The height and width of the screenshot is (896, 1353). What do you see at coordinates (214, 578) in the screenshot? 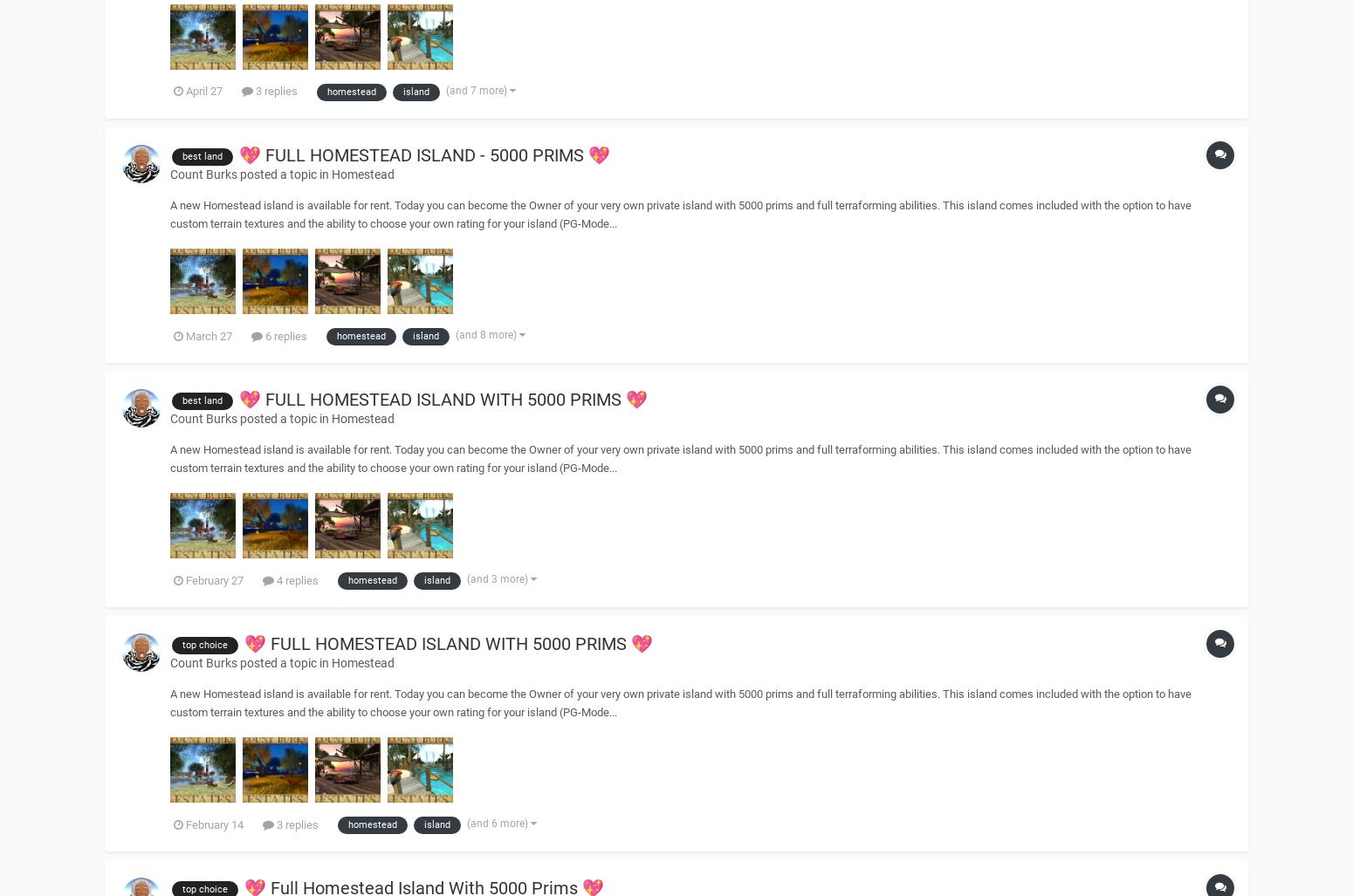
I see `'February 27'` at bounding box center [214, 578].